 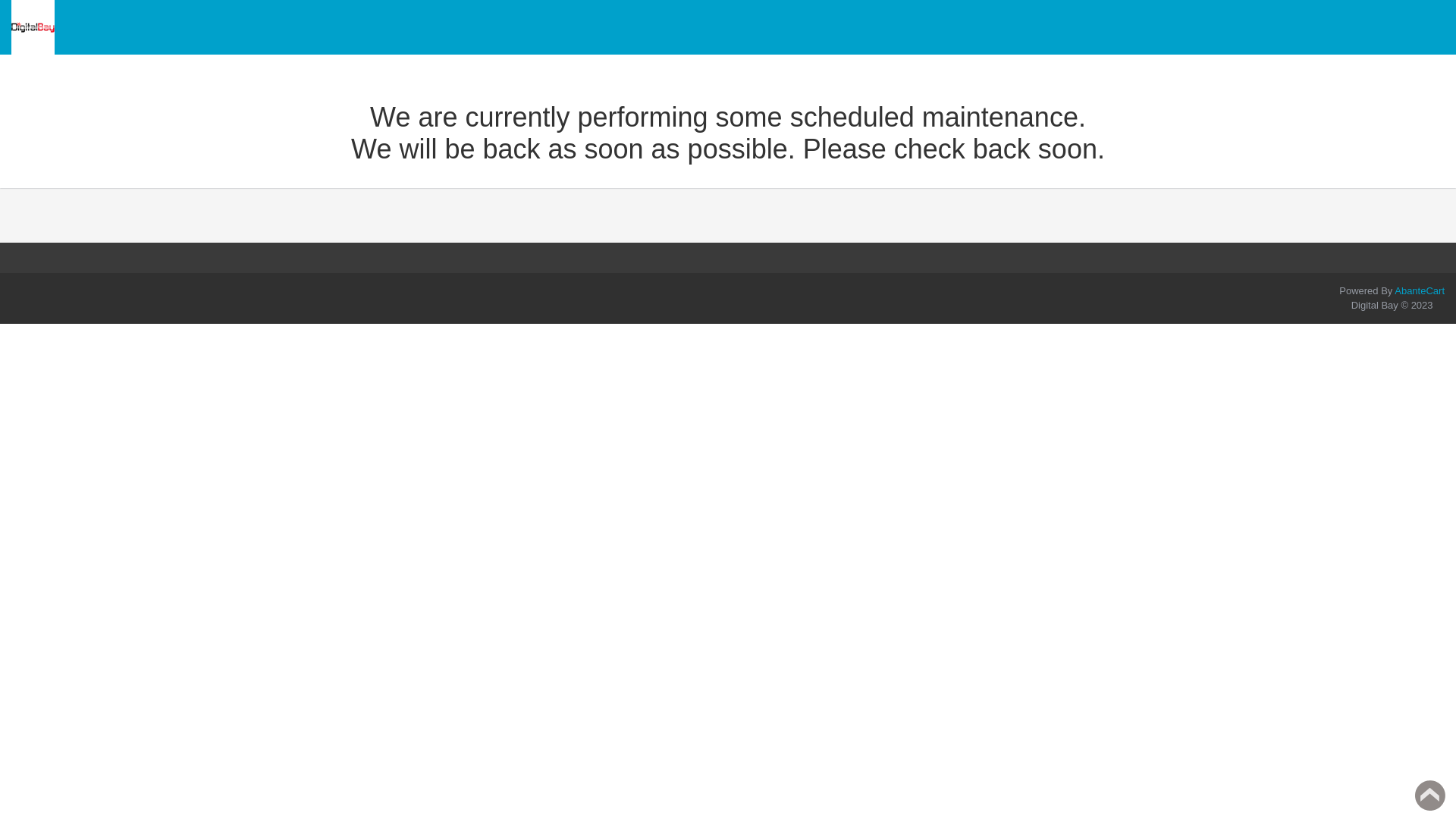 What do you see at coordinates (1419, 290) in the screenshot?
I see `'AbanteCart'` at bounding box center [1419, 290].